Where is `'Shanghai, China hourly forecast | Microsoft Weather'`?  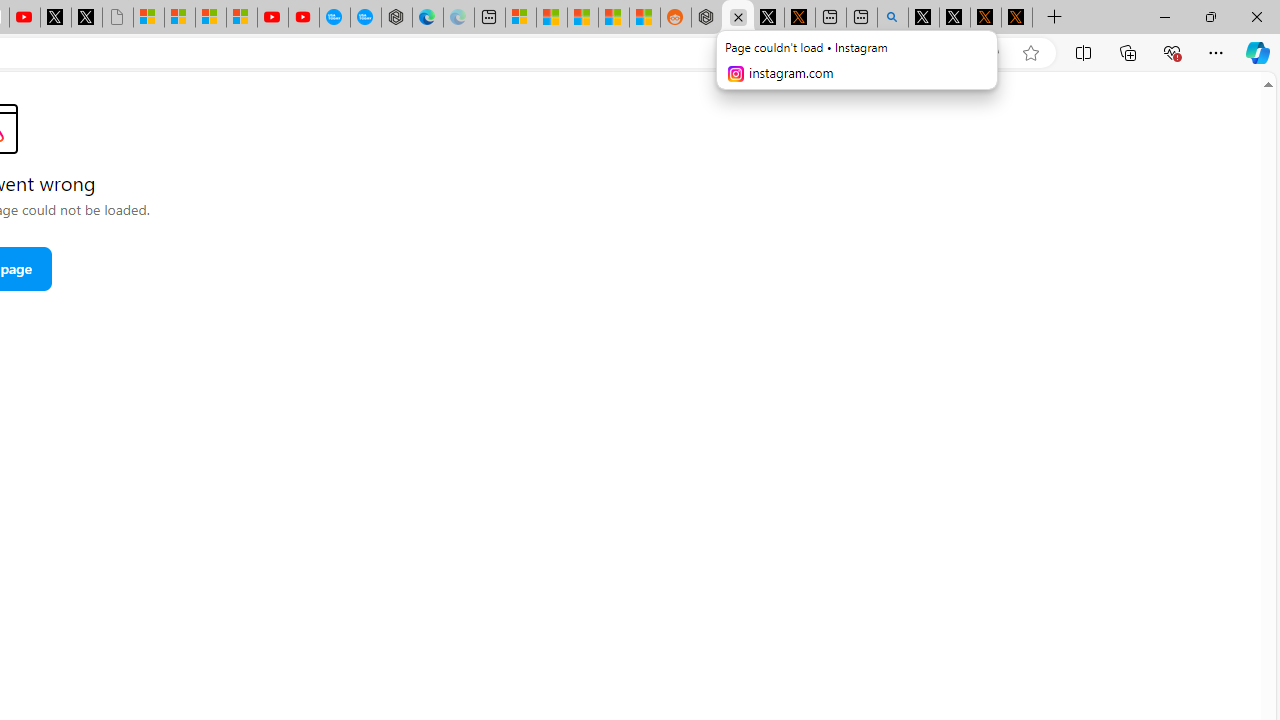 'Shanghai, China hourly forecast | Microsoft Weather' is located at coordinates (582, 17).